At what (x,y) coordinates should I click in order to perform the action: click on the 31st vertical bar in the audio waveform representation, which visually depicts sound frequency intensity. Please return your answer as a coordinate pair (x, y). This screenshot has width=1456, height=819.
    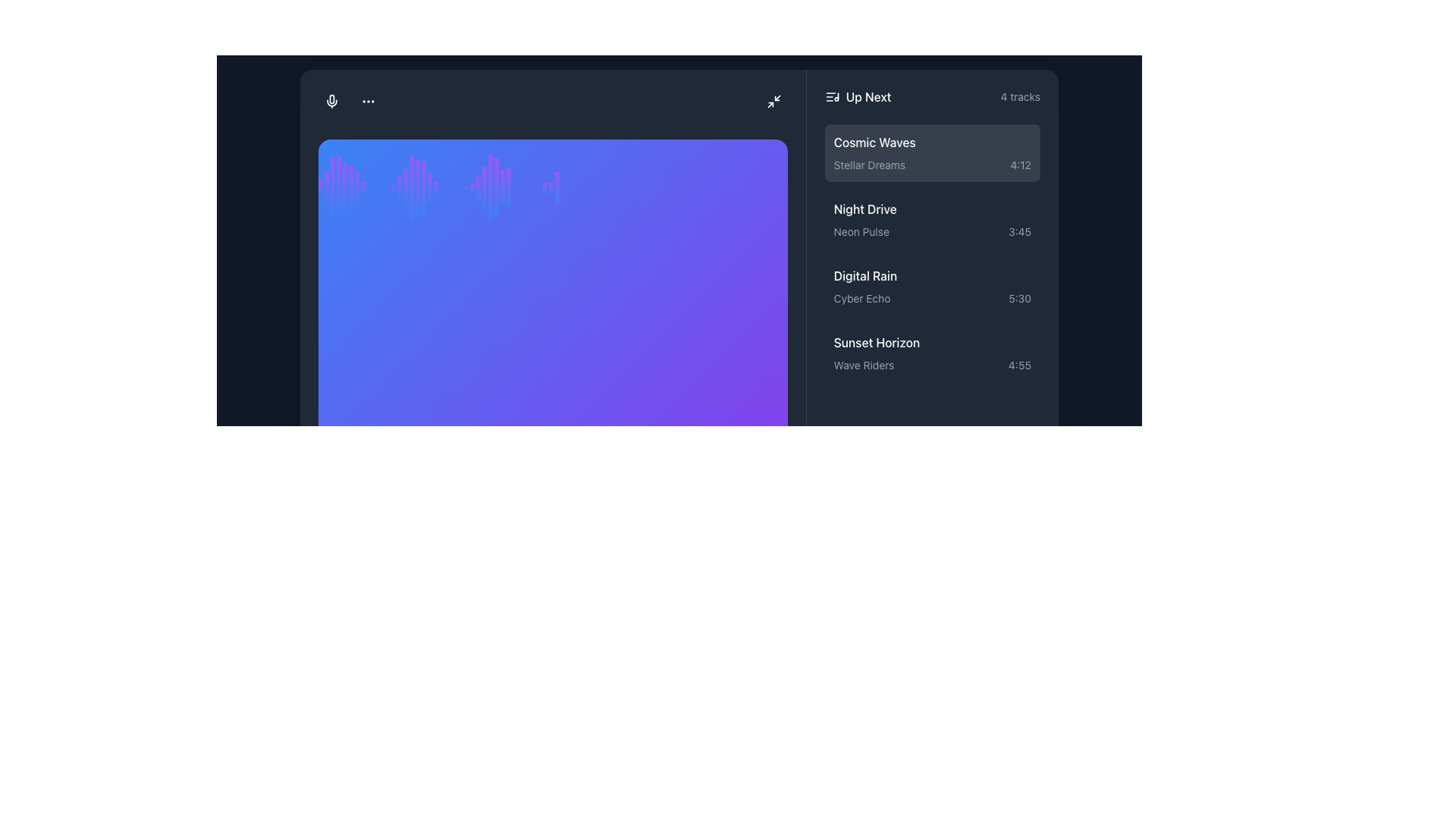
    Looking at the image, I should click on (496, 186).